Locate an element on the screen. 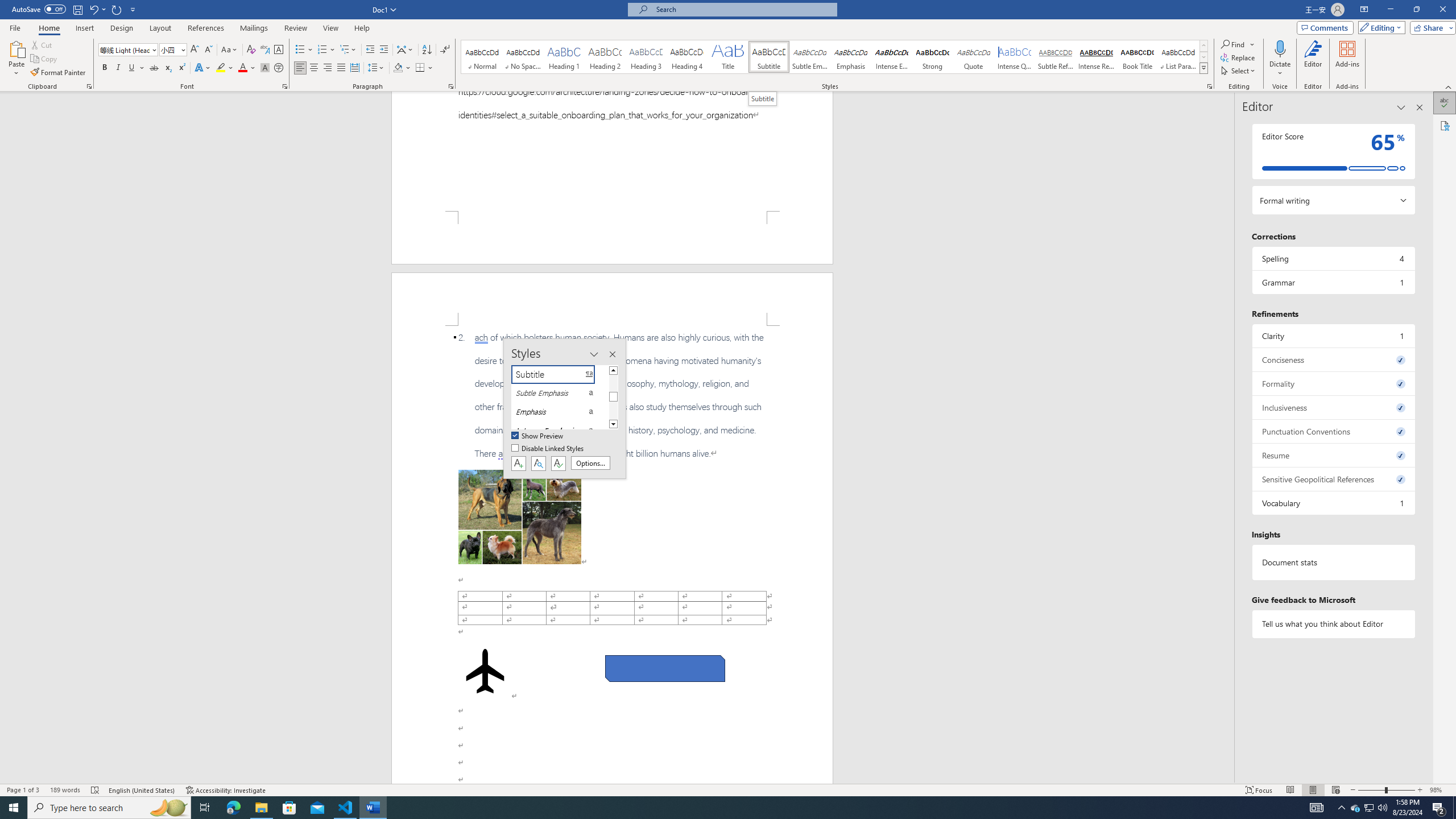 The image size is (1456, 819). 'Font Color' is located at coordinates (246, 67).